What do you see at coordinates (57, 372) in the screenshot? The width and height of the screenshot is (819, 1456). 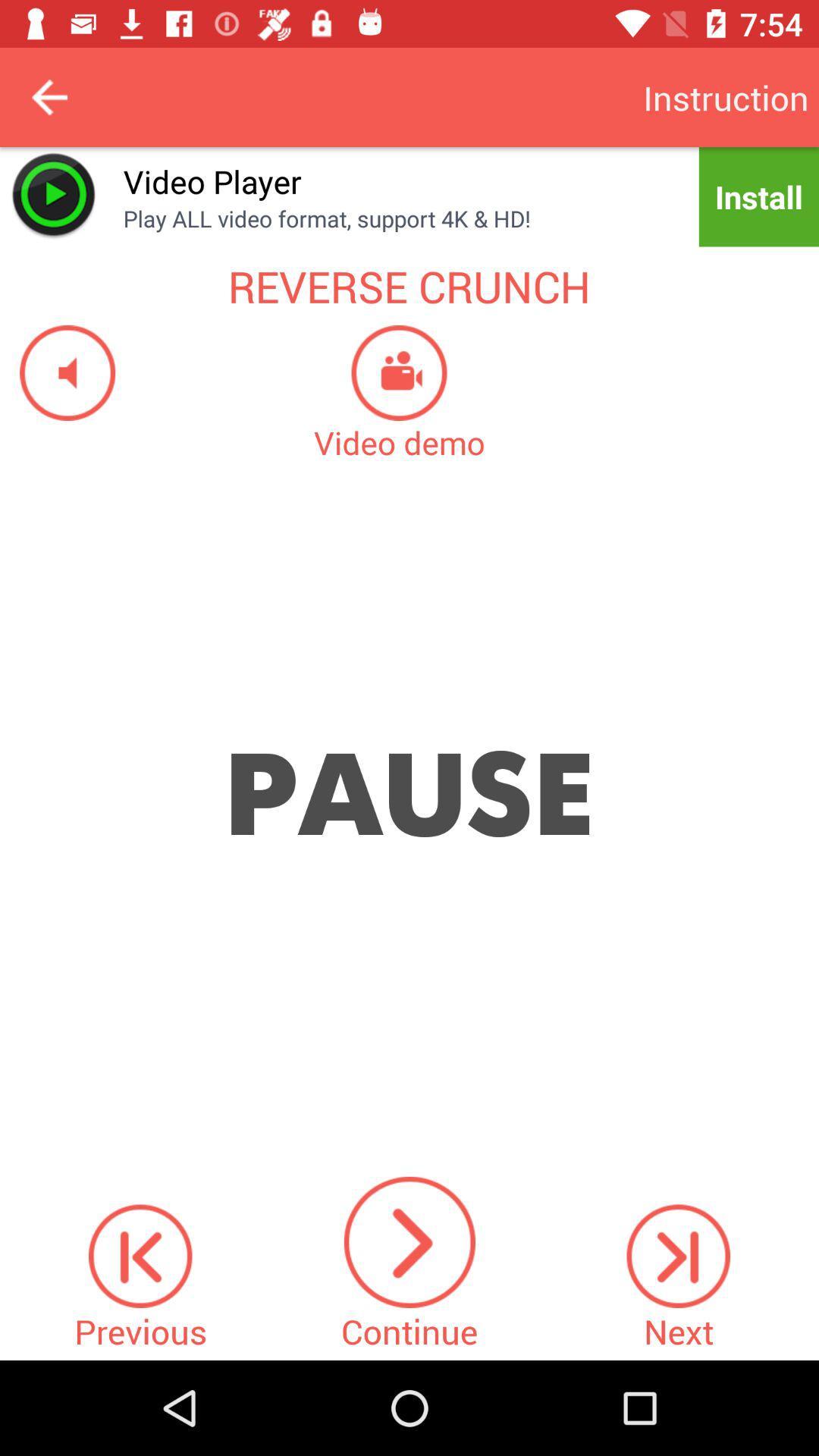 I see `the volume icon` at bounding box center [57, 372].